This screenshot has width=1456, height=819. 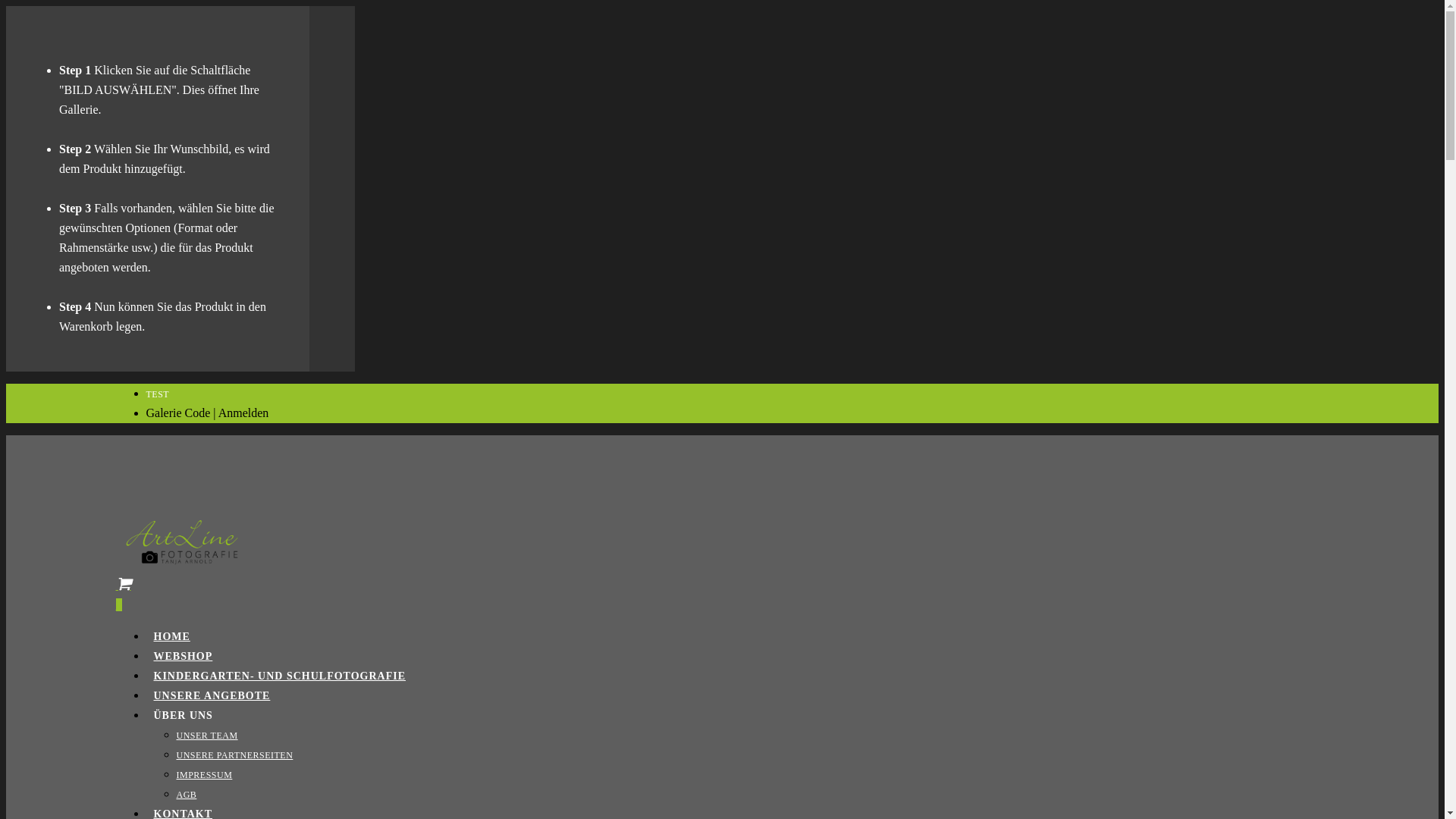 I want to click on 'WEBSHOP', so click(x=146, y=656).